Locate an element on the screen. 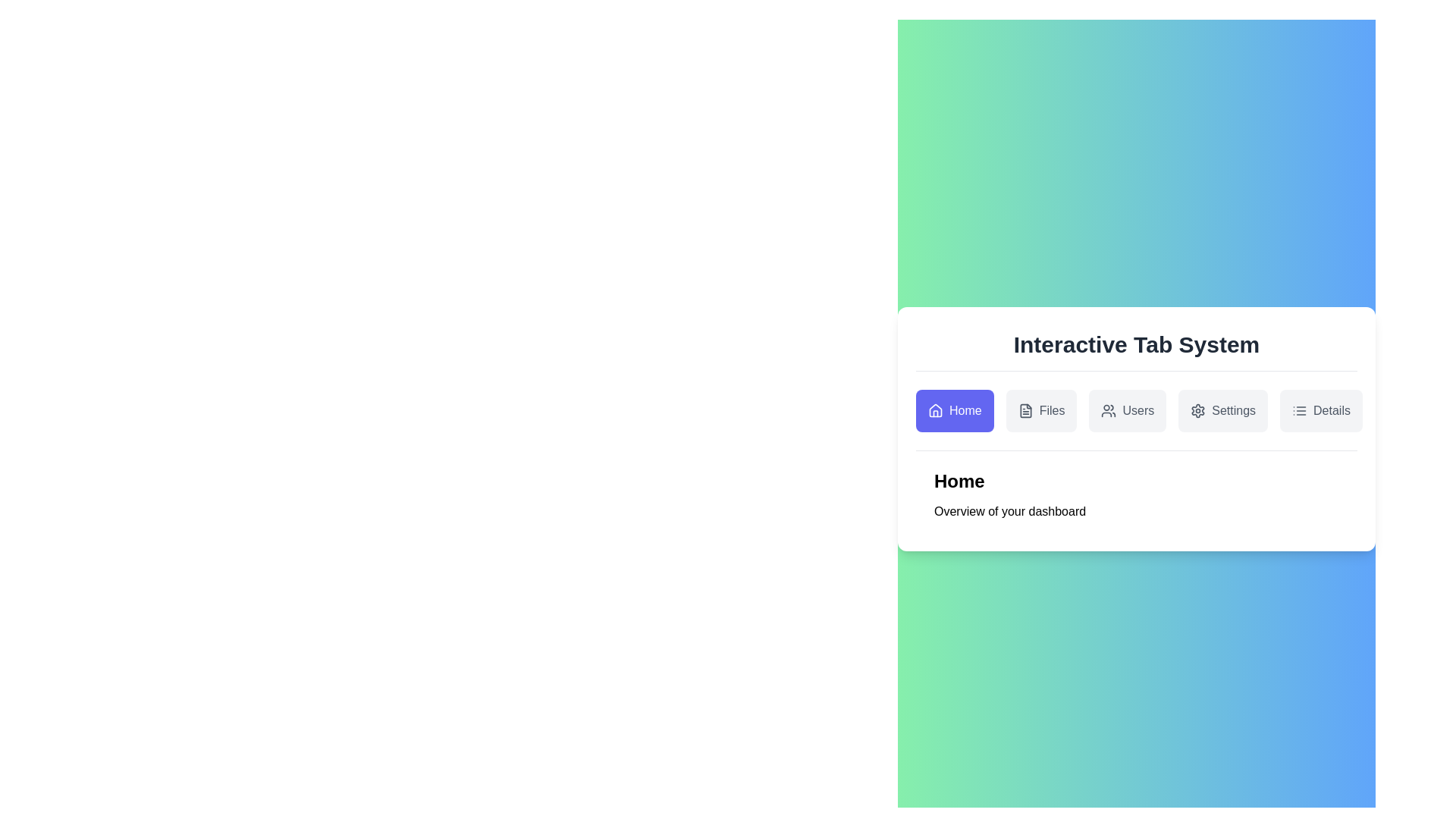  text label that states 'Overview of your dashboard', which is located beneath the 'Home' heading in the bottom section of the vertical layout is located at coordinates (1010, 512).